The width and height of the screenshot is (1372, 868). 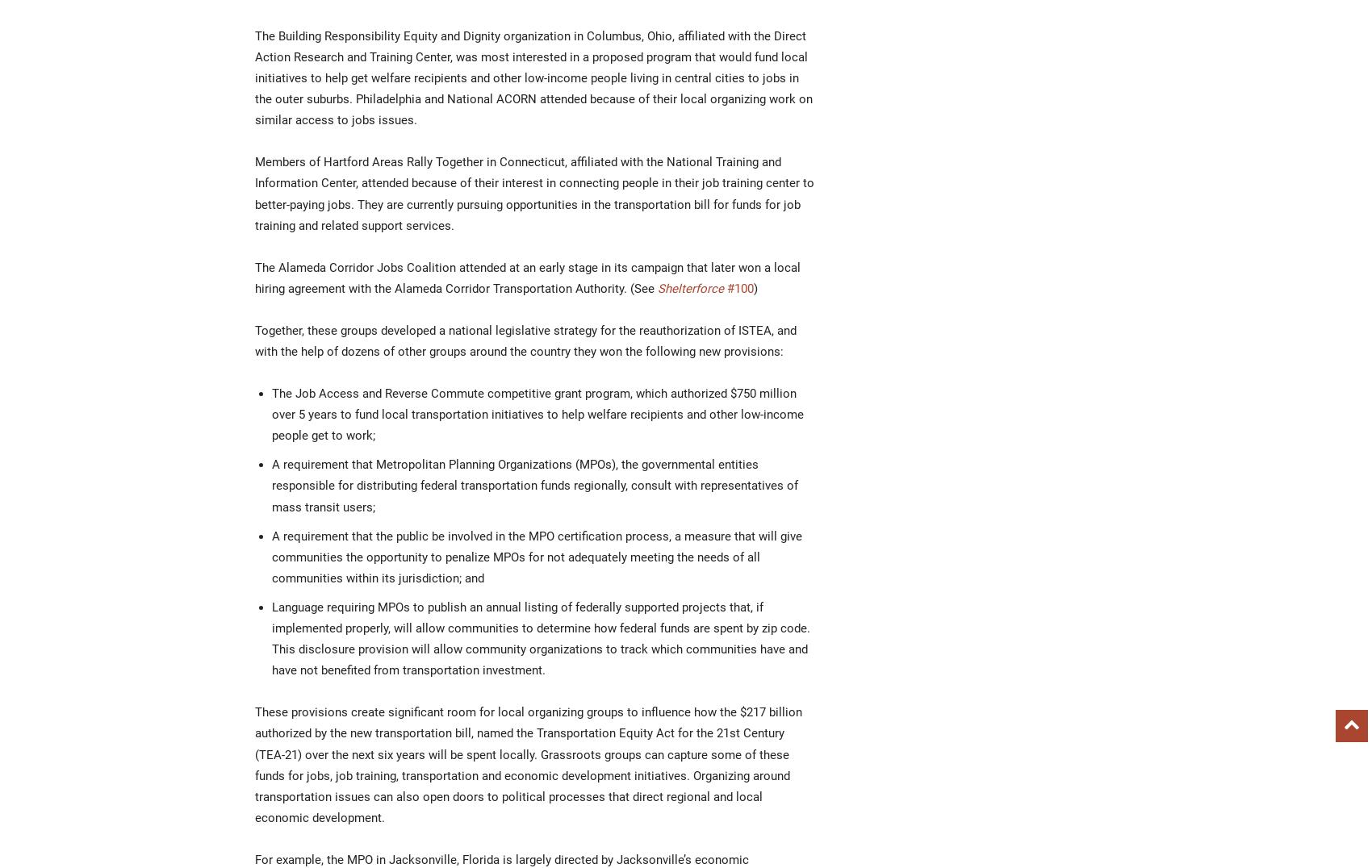 I want to click on 'A requirement that the public be involved in the MPO certification process, a measure that will give communities the opportunity to penalize MPOs for not adequately meeting the needs of all communities within its jurisdiction; and', so click(x=537, y=557).